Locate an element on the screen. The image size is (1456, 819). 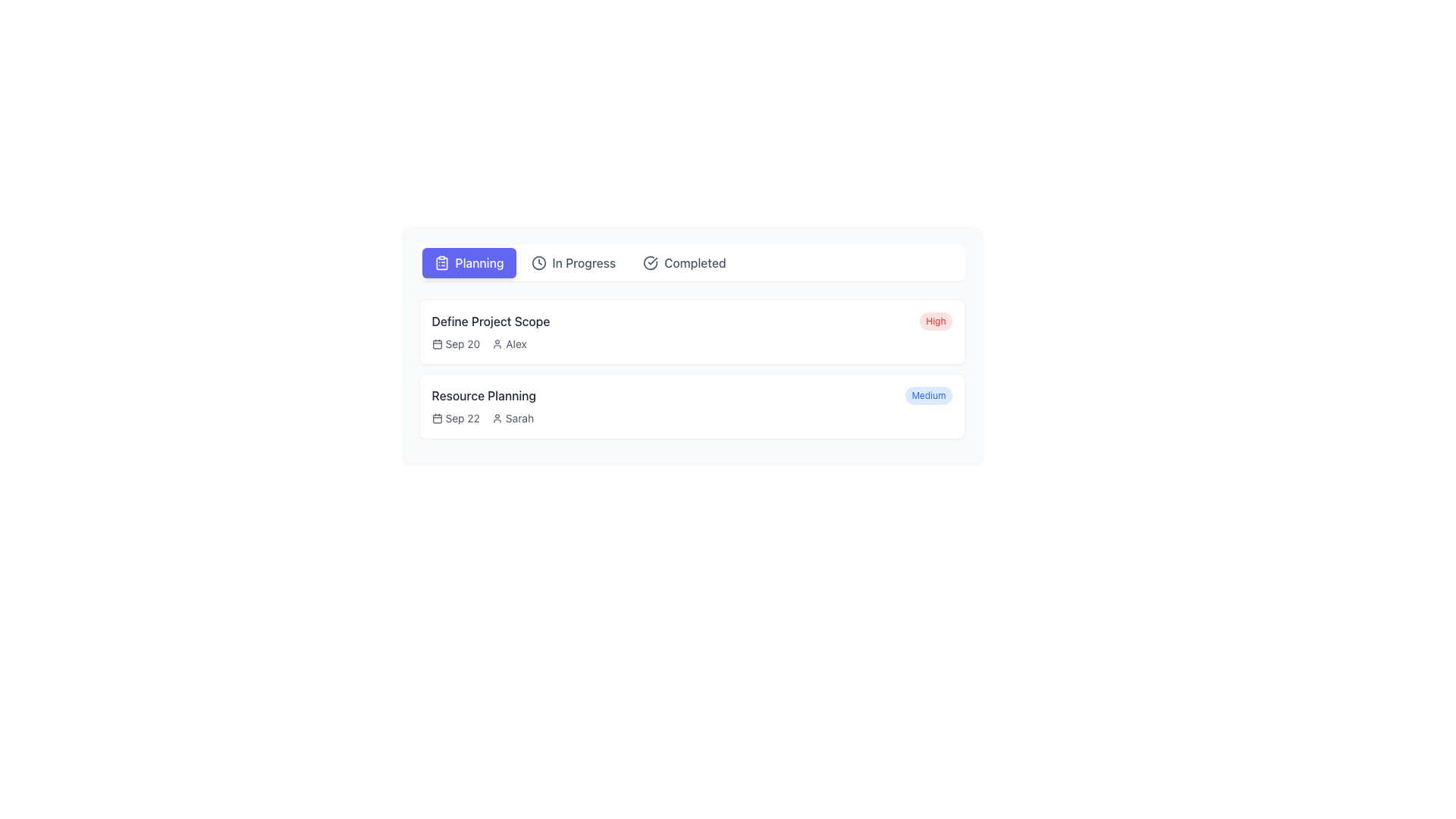
date information displayed on the Label with icon next to the calendar icon in the 'Define Project Scope' card, preceding the username 'Alex' is located at coordinates (455, 344).